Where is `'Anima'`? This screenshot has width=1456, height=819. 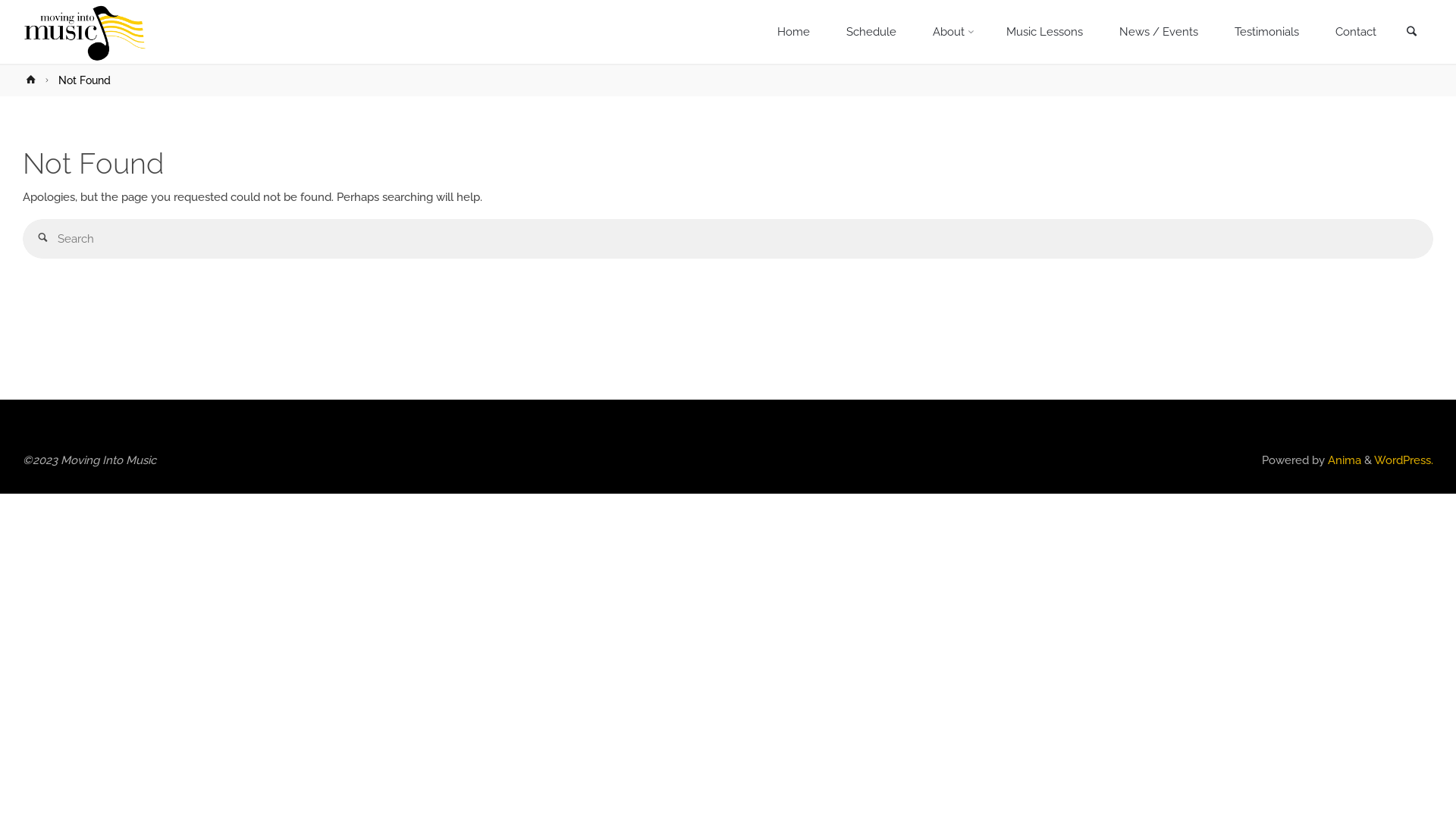 'Anima' is located at coordinates (1343, 459).